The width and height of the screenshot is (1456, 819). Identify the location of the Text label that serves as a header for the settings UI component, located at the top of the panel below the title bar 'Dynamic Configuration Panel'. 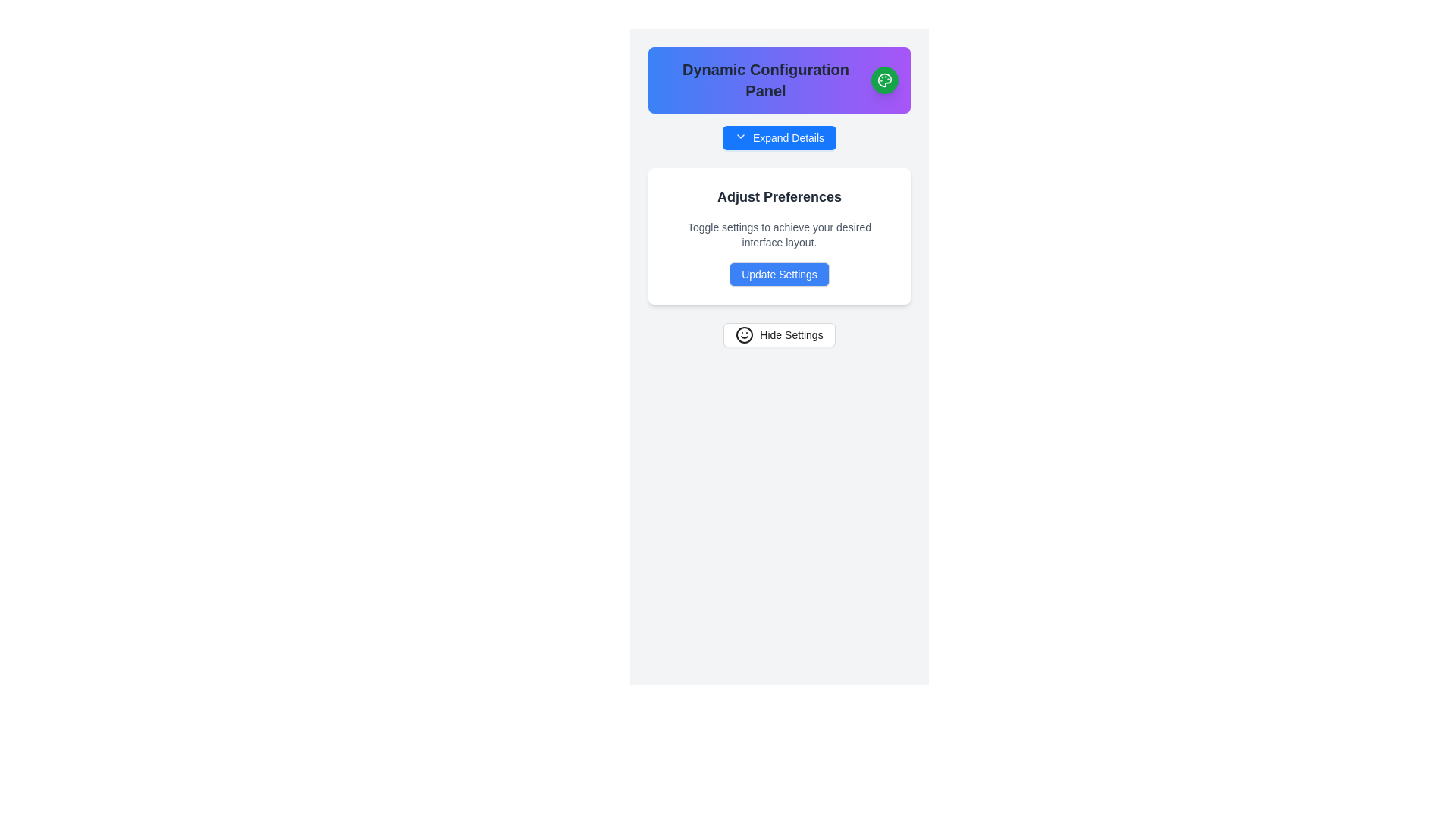
(779, 196).